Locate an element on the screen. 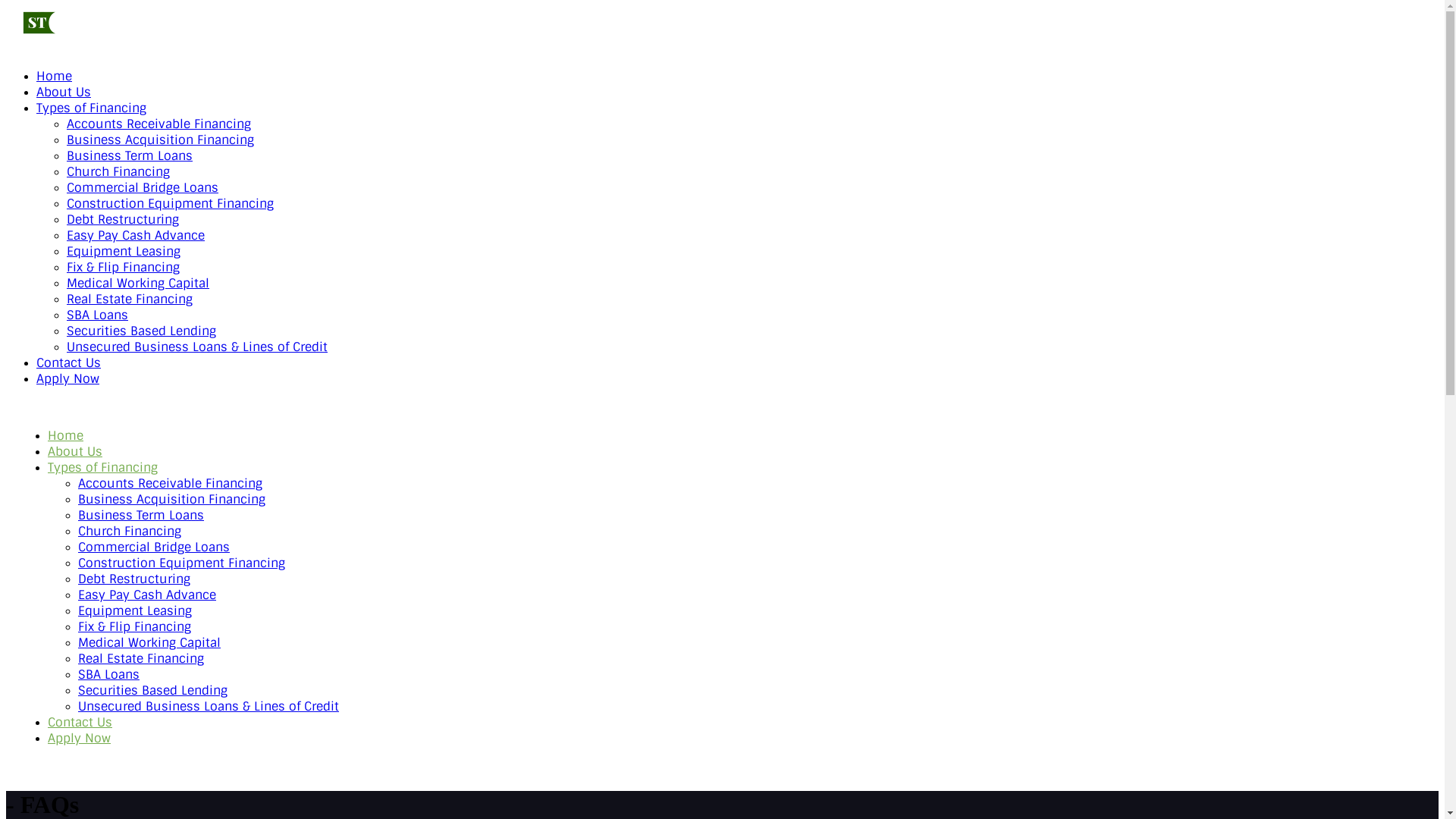 Image resolution: width=1456 pixels, height=819 pixels. 'Types of Financing' is located at coordinates (90, 107).